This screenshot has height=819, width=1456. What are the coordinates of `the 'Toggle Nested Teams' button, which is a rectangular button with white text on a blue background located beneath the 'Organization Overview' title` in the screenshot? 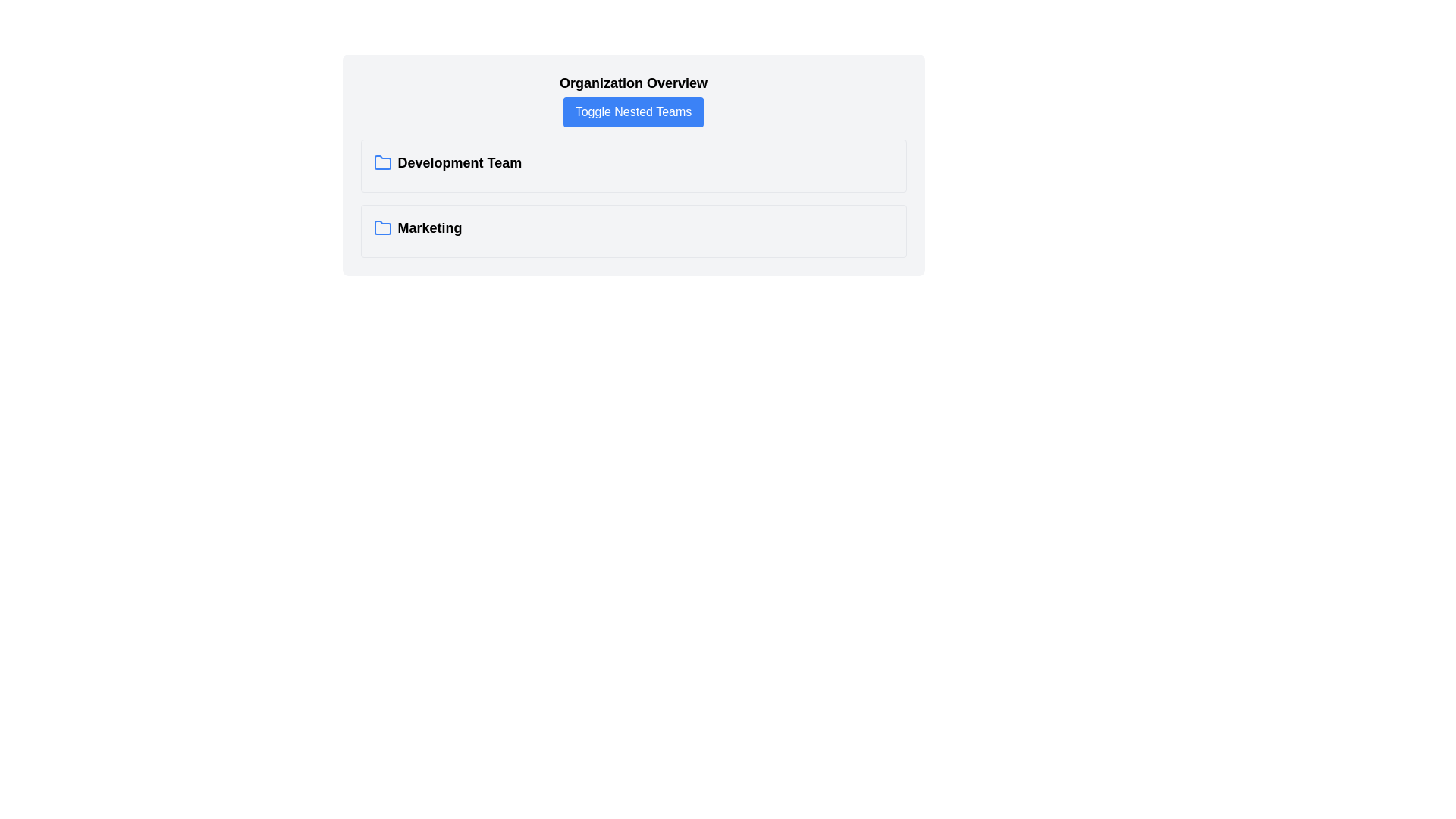 It's located at (633, 111).